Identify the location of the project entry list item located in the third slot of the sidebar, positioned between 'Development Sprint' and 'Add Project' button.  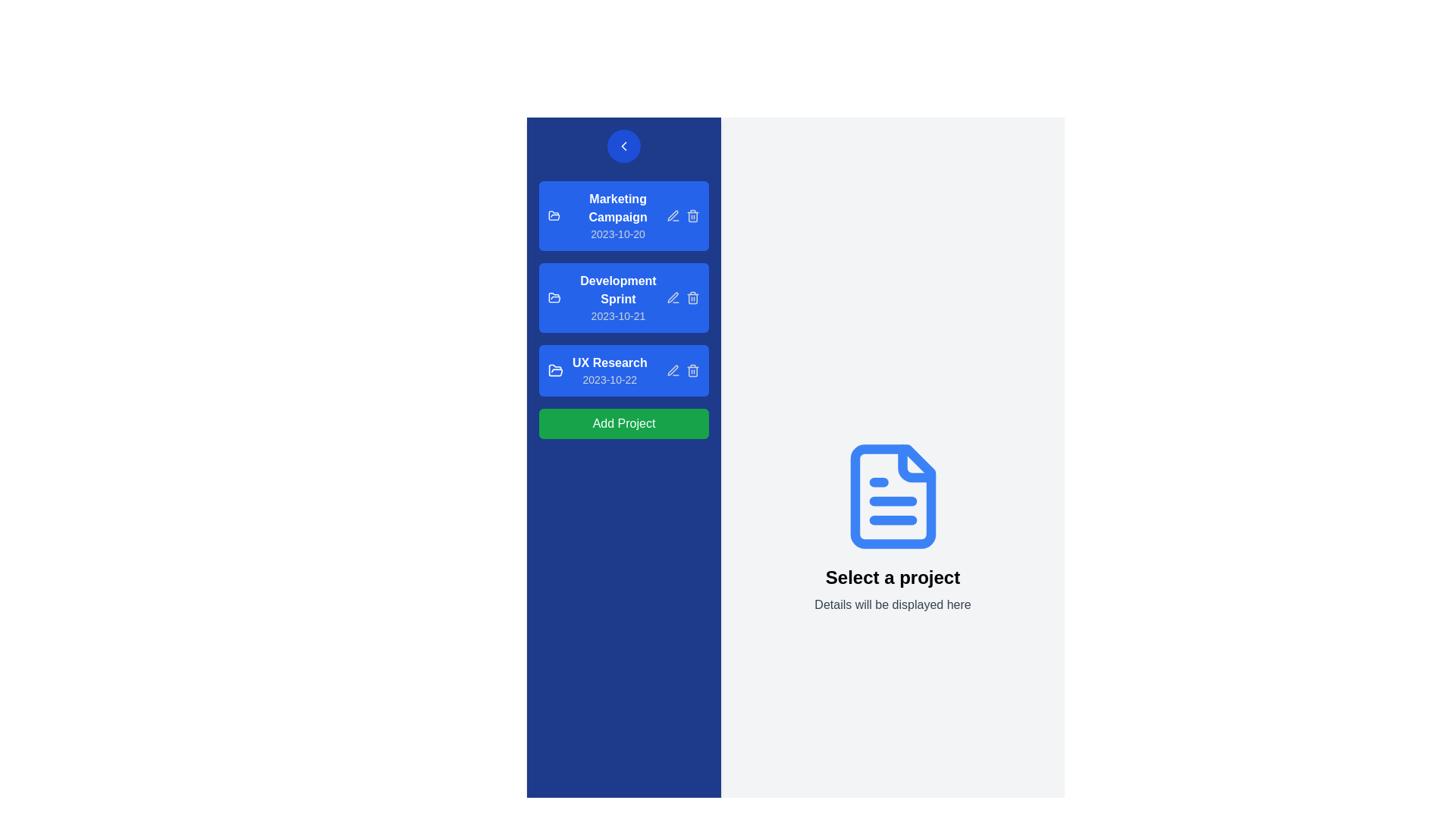
(623, 371).